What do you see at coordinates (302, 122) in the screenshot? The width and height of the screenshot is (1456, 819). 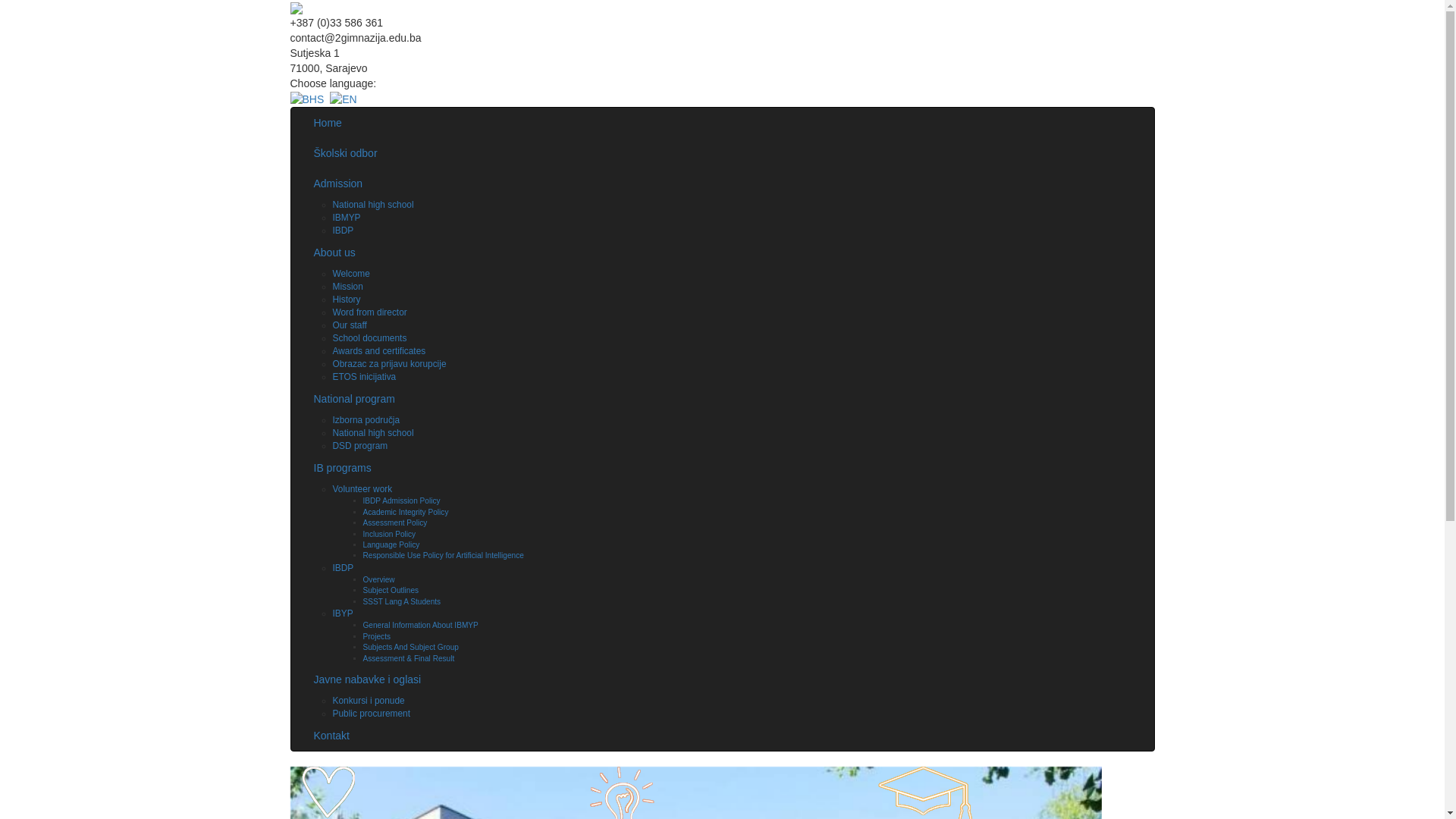 I see `'Home'` at bounding box center [302, 122].